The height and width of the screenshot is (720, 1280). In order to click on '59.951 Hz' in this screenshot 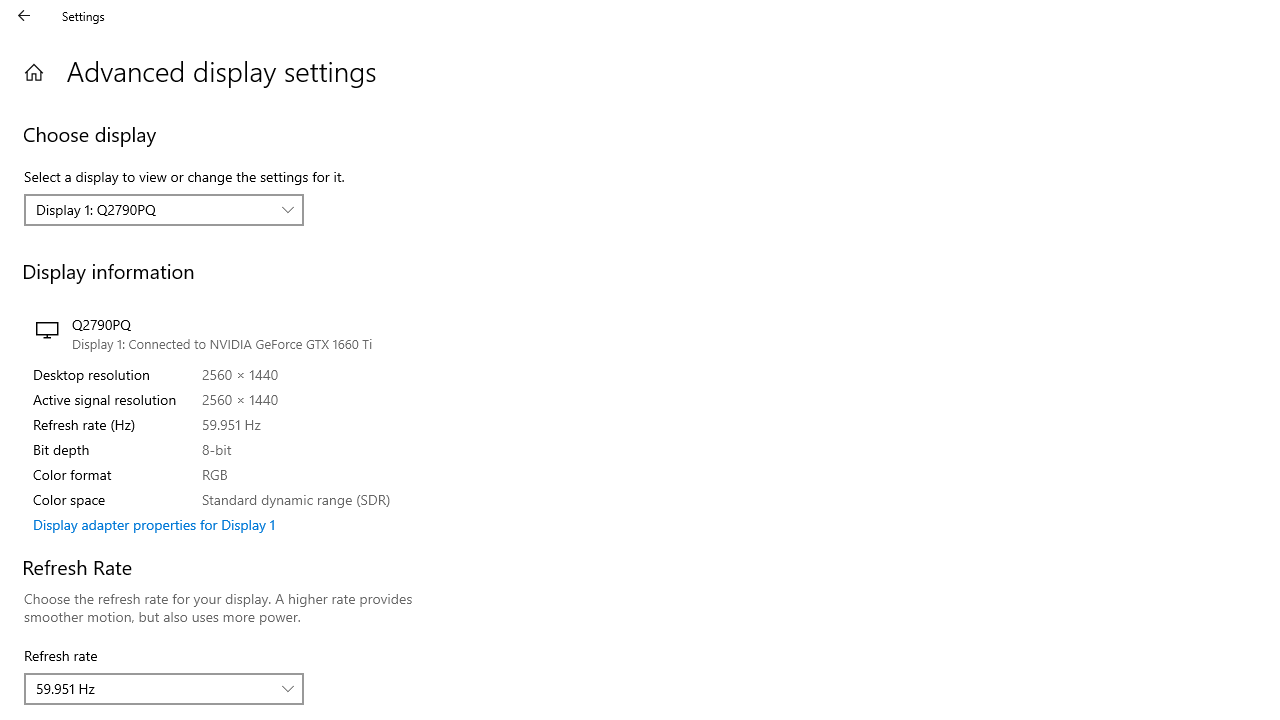, I will do `click(152, 687)`.